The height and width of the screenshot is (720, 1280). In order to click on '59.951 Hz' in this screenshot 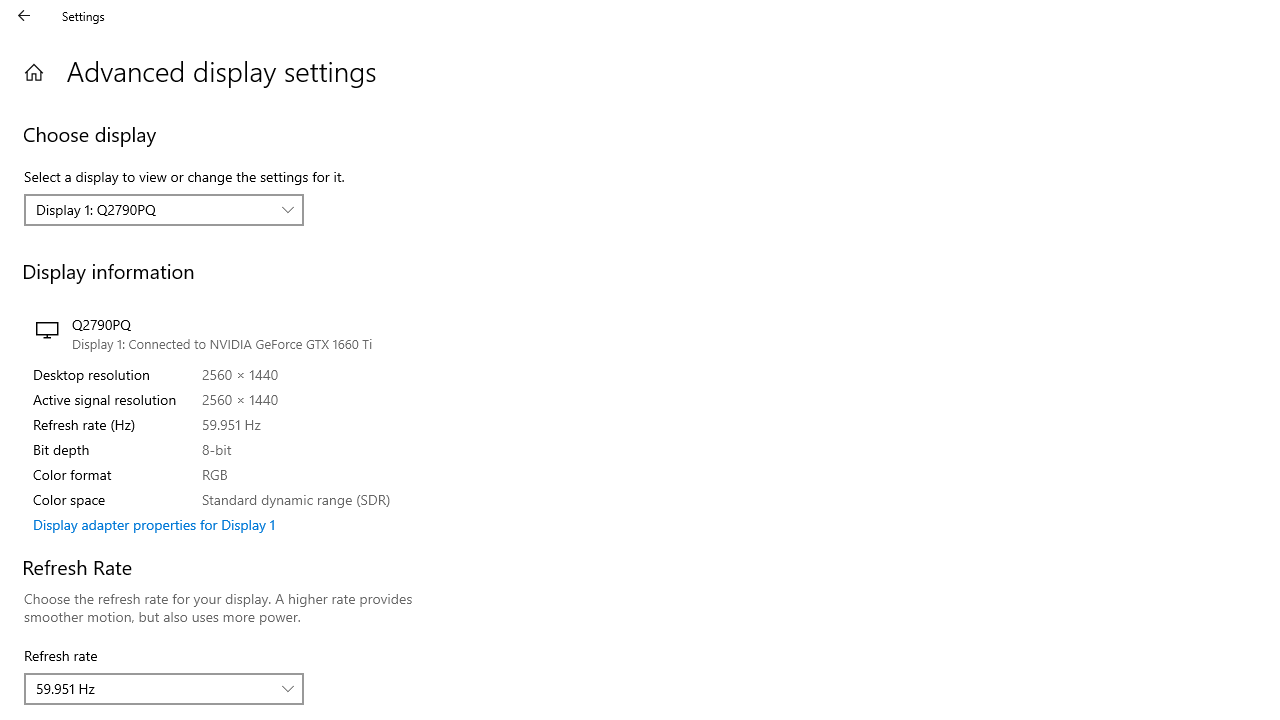, I will do `click(152, 687)`.